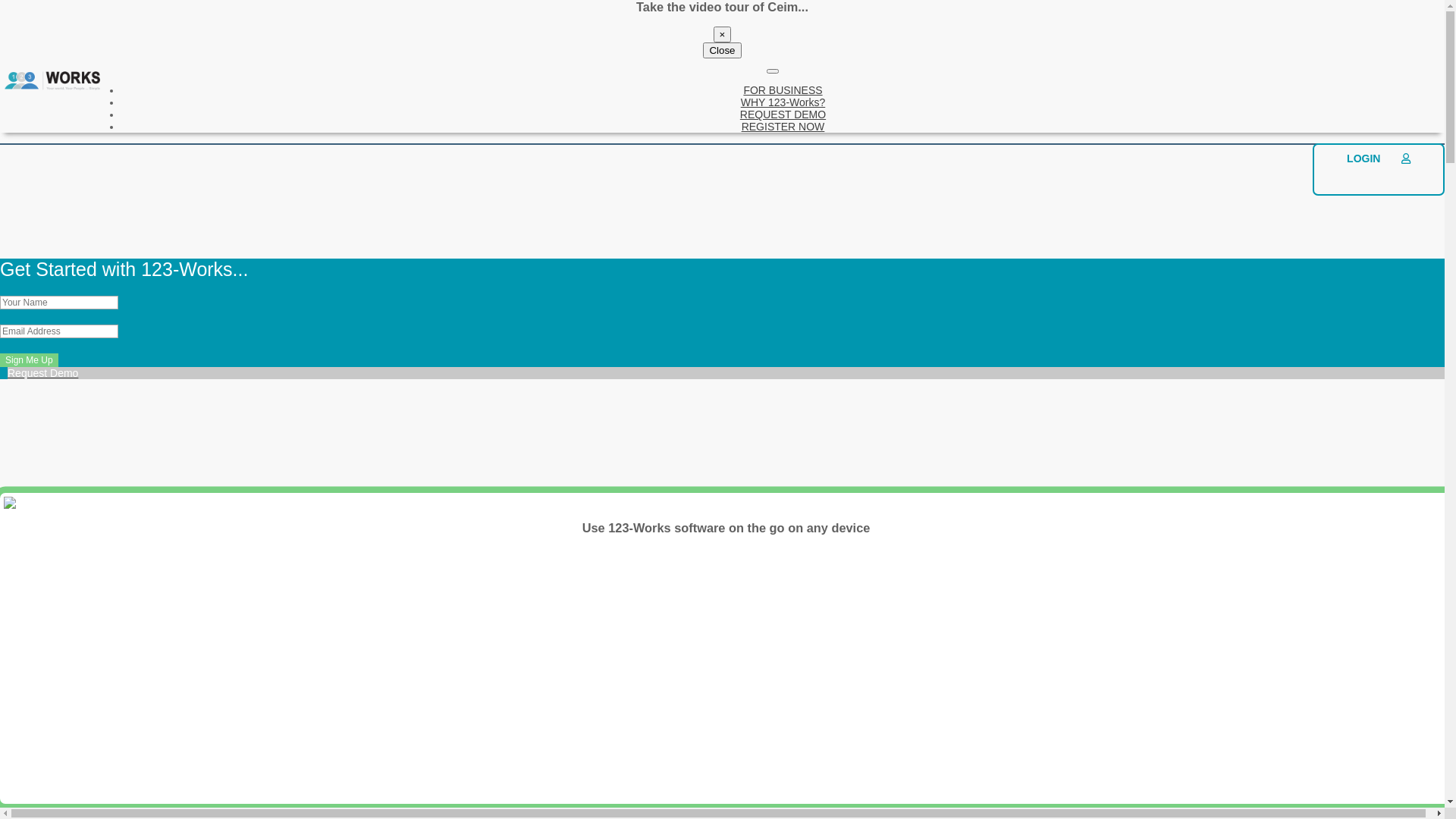 The image size is (1456, 819). What do you see at coordinates (783, 90) in the screenshot?
I see `'FOR BUSINESS'` at bounding box center [783, 90].